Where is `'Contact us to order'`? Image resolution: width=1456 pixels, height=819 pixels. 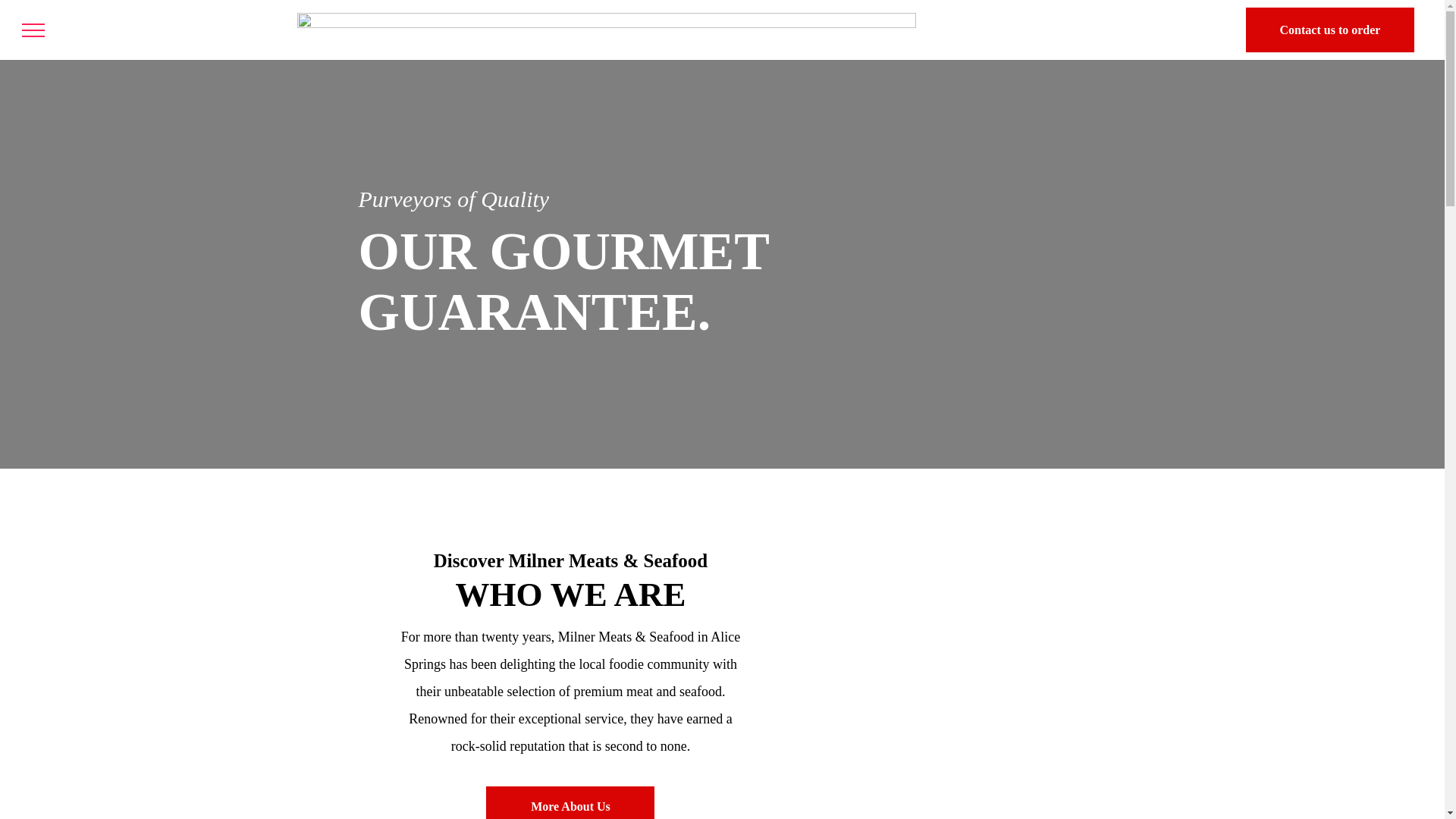
'Contact us to order' is located at coordinates (1329, 30).